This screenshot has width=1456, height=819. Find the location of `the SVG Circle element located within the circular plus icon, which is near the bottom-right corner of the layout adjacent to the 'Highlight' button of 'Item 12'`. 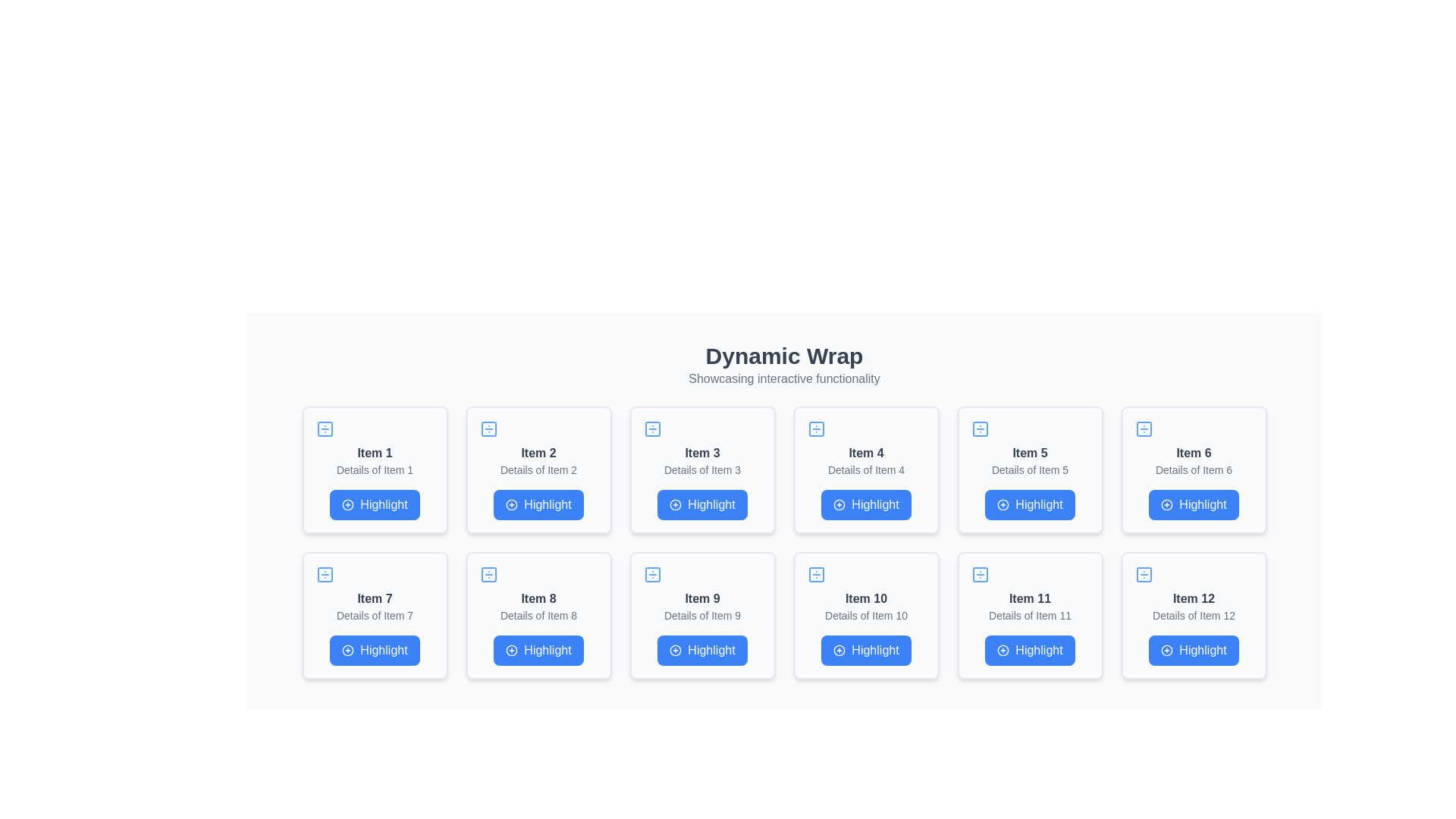

the SVG Circle element located within the circular plus icon, which is near the bottom-right corner of the layout adjacent to the 'Highlight' button of 'Item 12' is located at coordinates (1166, 649).